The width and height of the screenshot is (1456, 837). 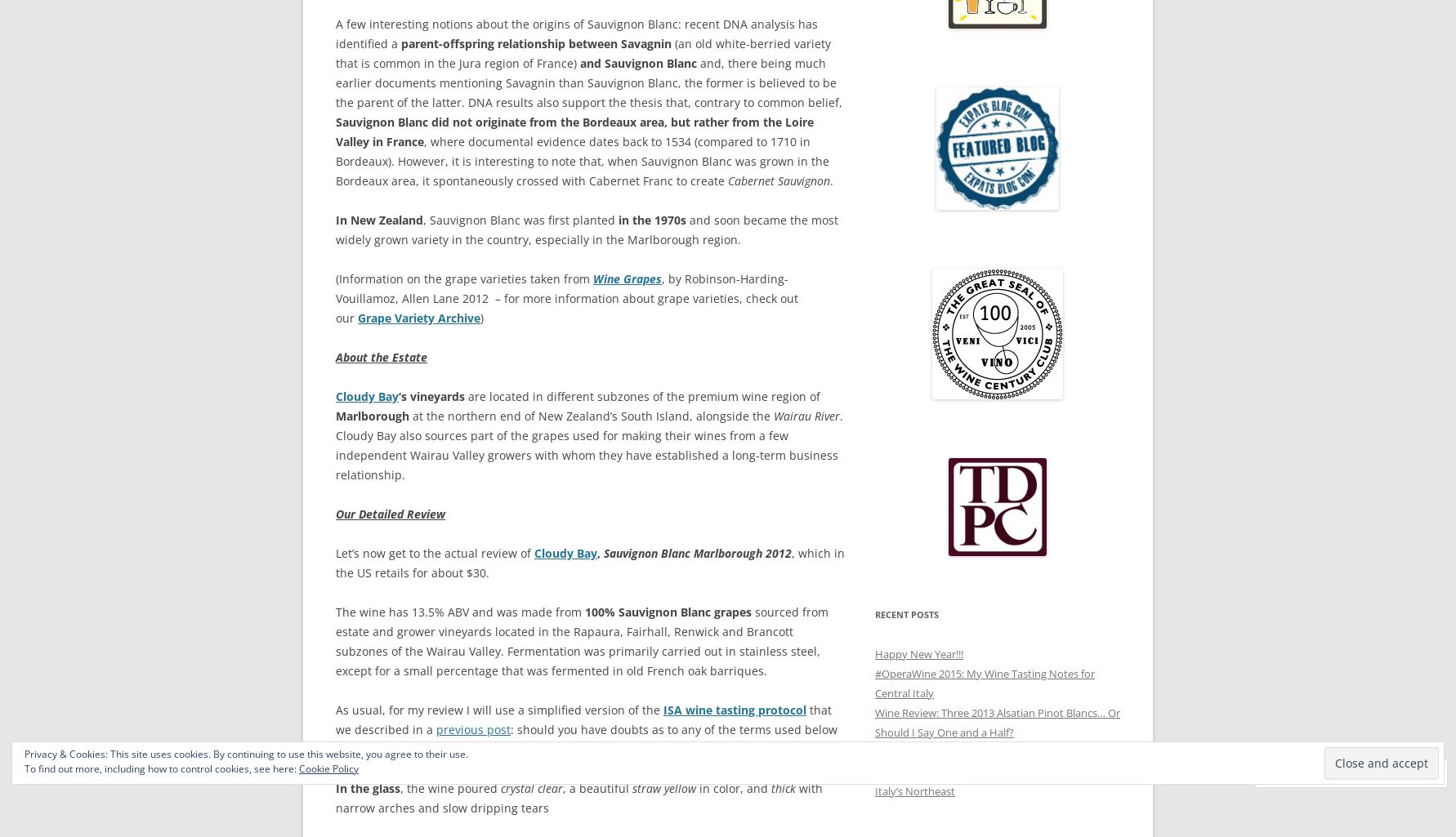 I want to click on '‘s vineyards', so click(x=431, y=396).